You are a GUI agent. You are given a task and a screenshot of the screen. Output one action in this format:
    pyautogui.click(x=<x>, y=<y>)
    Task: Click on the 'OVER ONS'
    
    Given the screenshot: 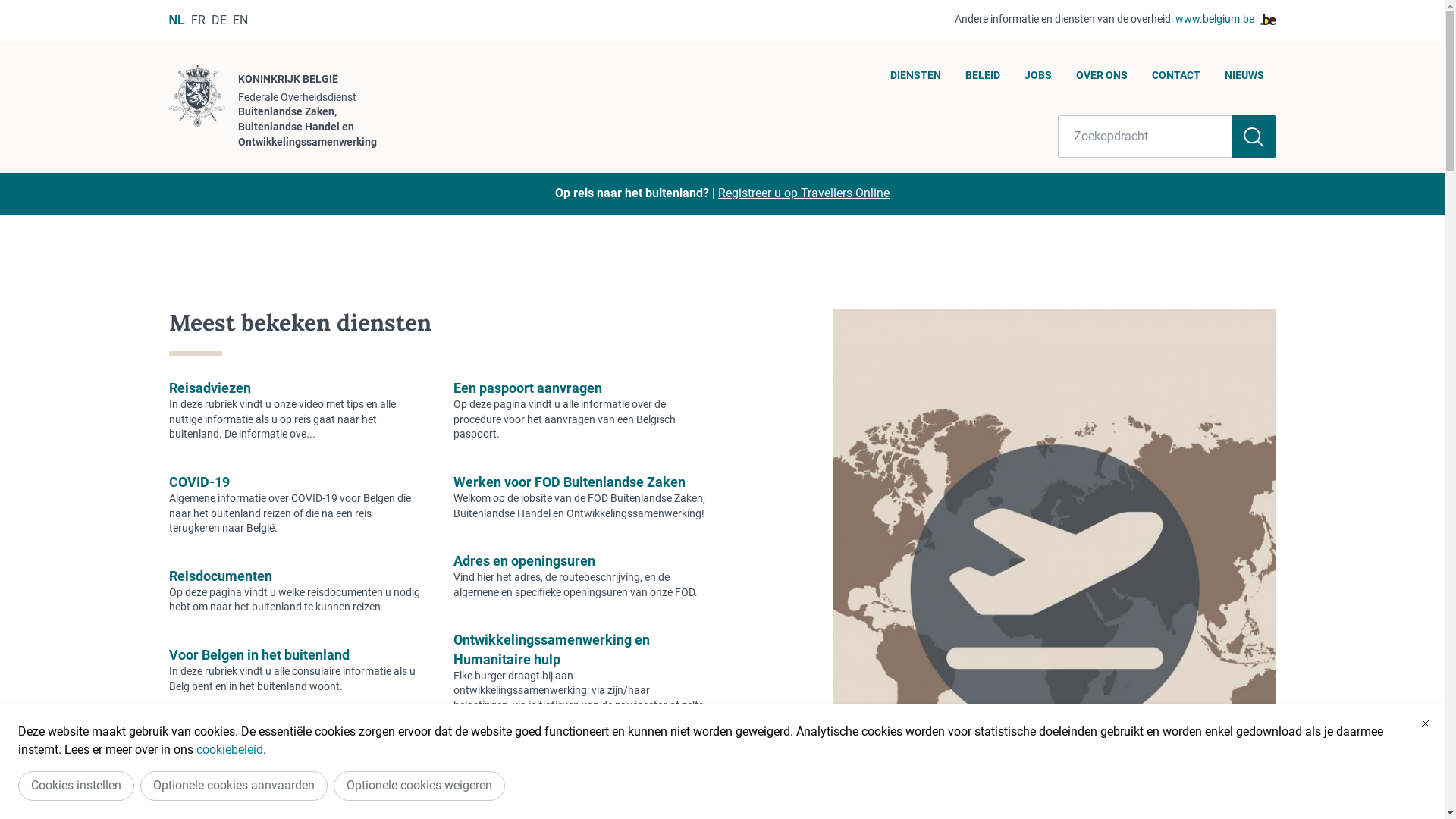 What is the action you would take?
    pyautogui.click(x=1101, y=79)
    